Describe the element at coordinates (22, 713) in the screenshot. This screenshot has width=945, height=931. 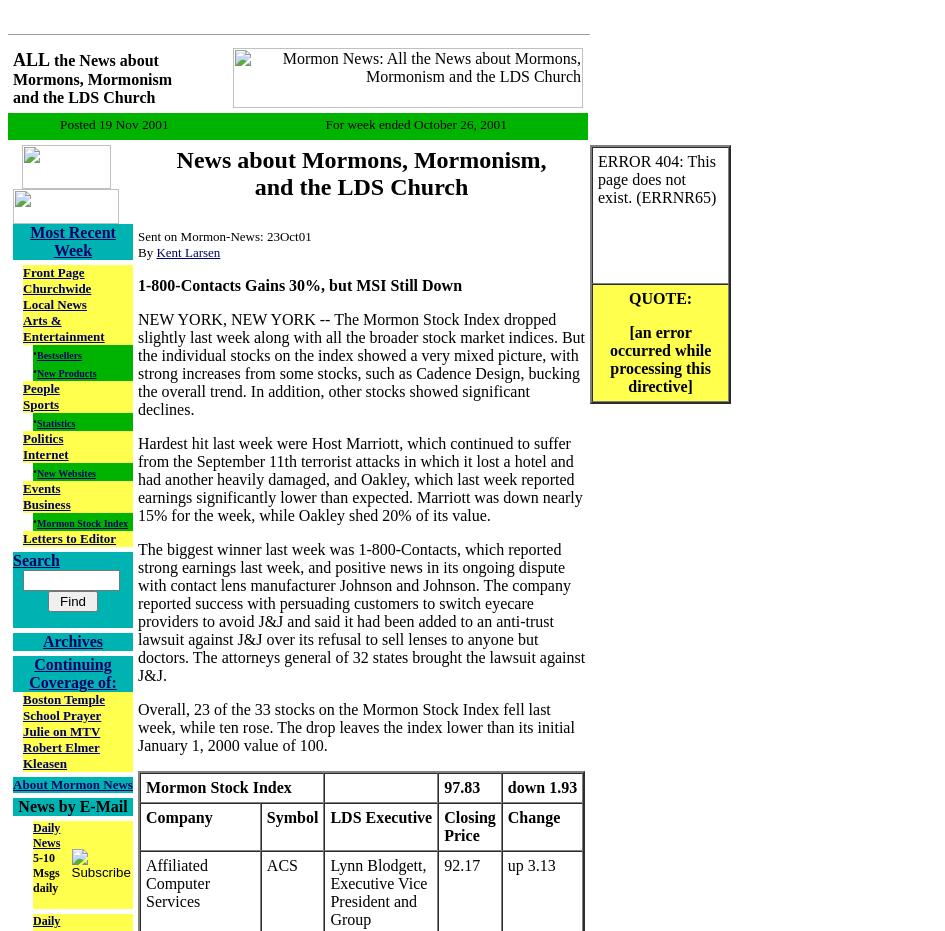
I see `'School Prayer'` at that location.